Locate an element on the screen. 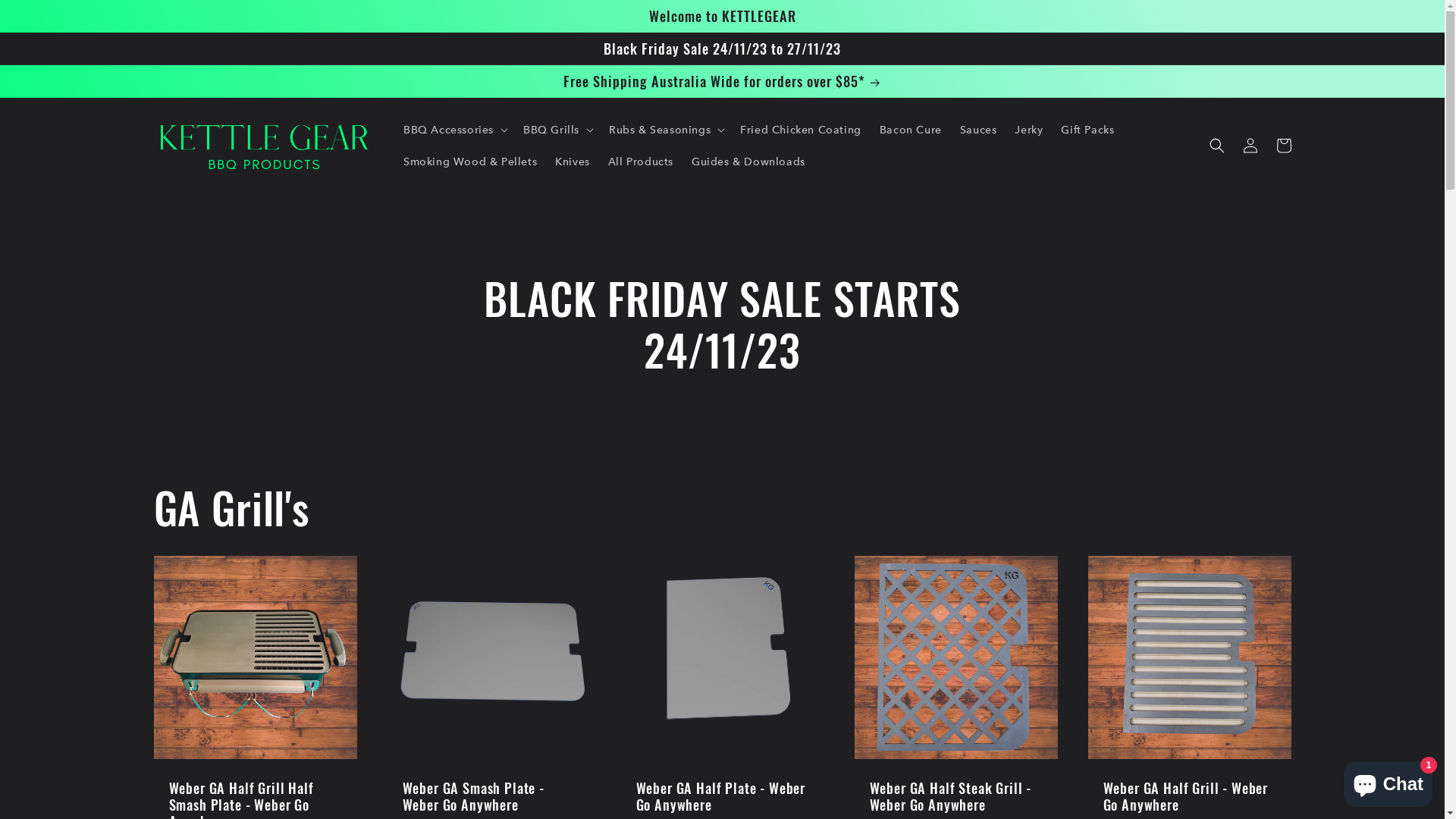 The image size is (1456, 819). 'Cart' is located at coordinates (1282, 146).